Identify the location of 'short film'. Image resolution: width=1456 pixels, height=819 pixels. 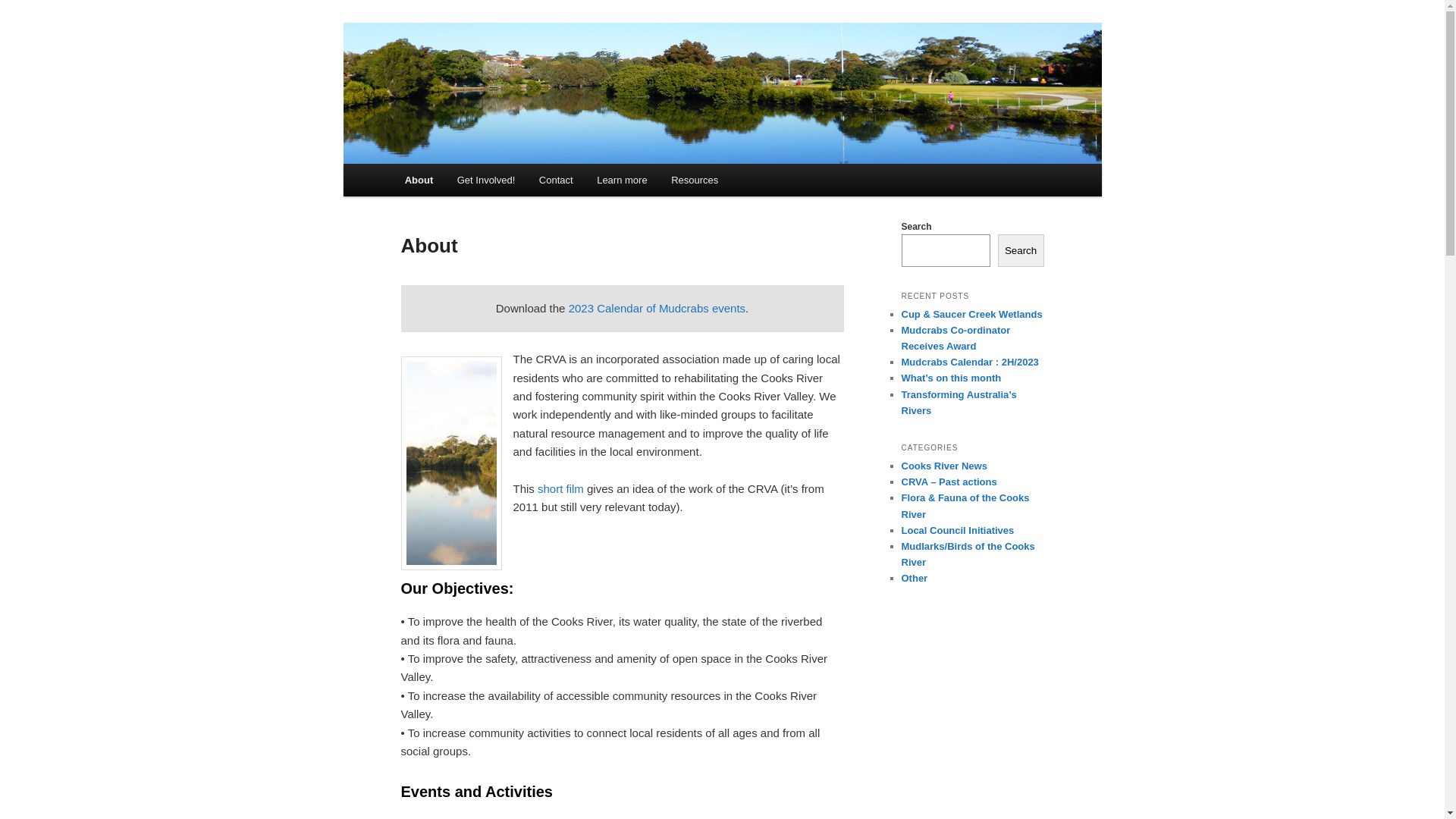
(560, 488).